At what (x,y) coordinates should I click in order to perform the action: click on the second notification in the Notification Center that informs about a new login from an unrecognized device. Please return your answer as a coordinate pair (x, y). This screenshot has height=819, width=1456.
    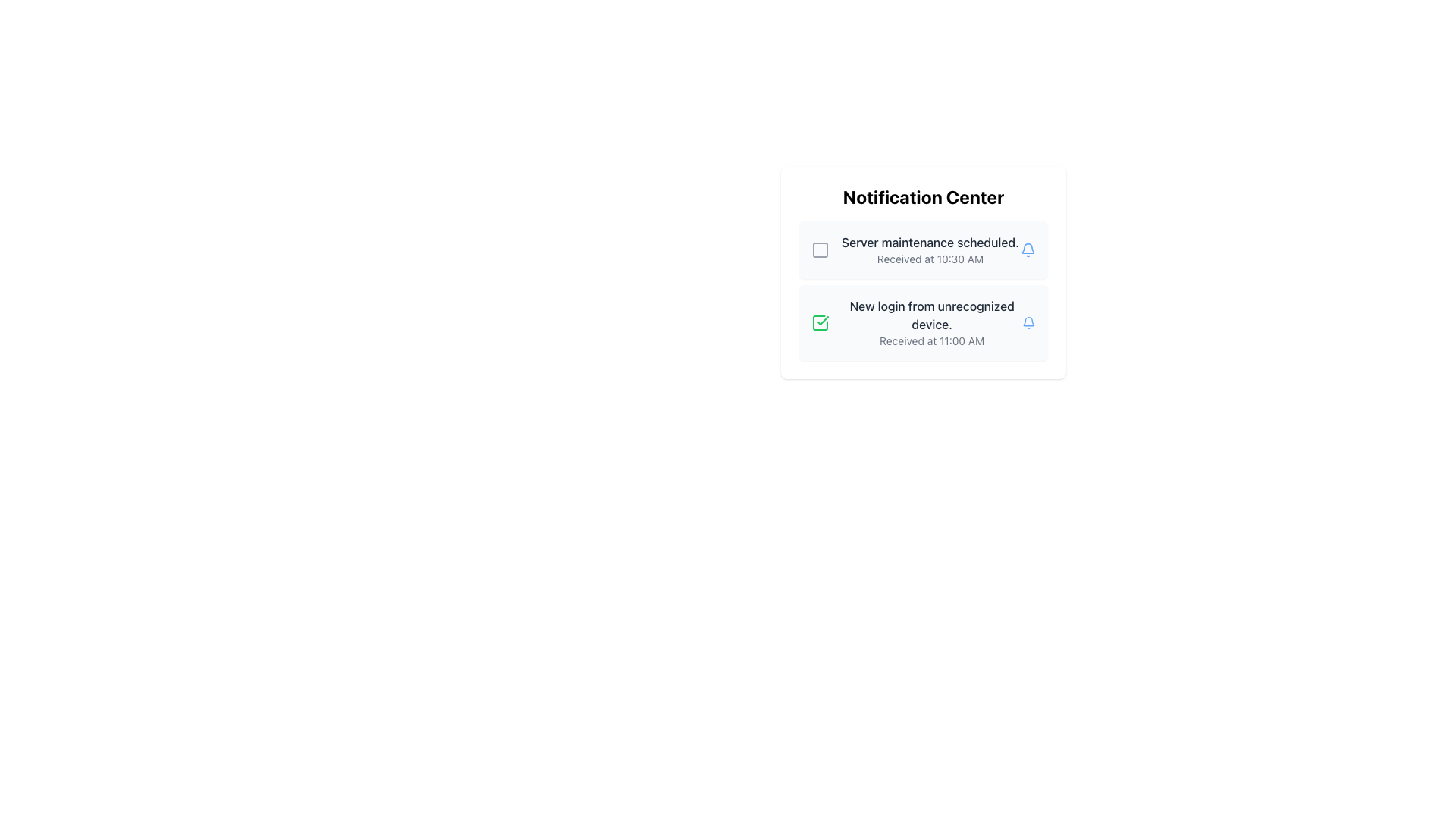
    Looking at the image, I should click on (931, 322).